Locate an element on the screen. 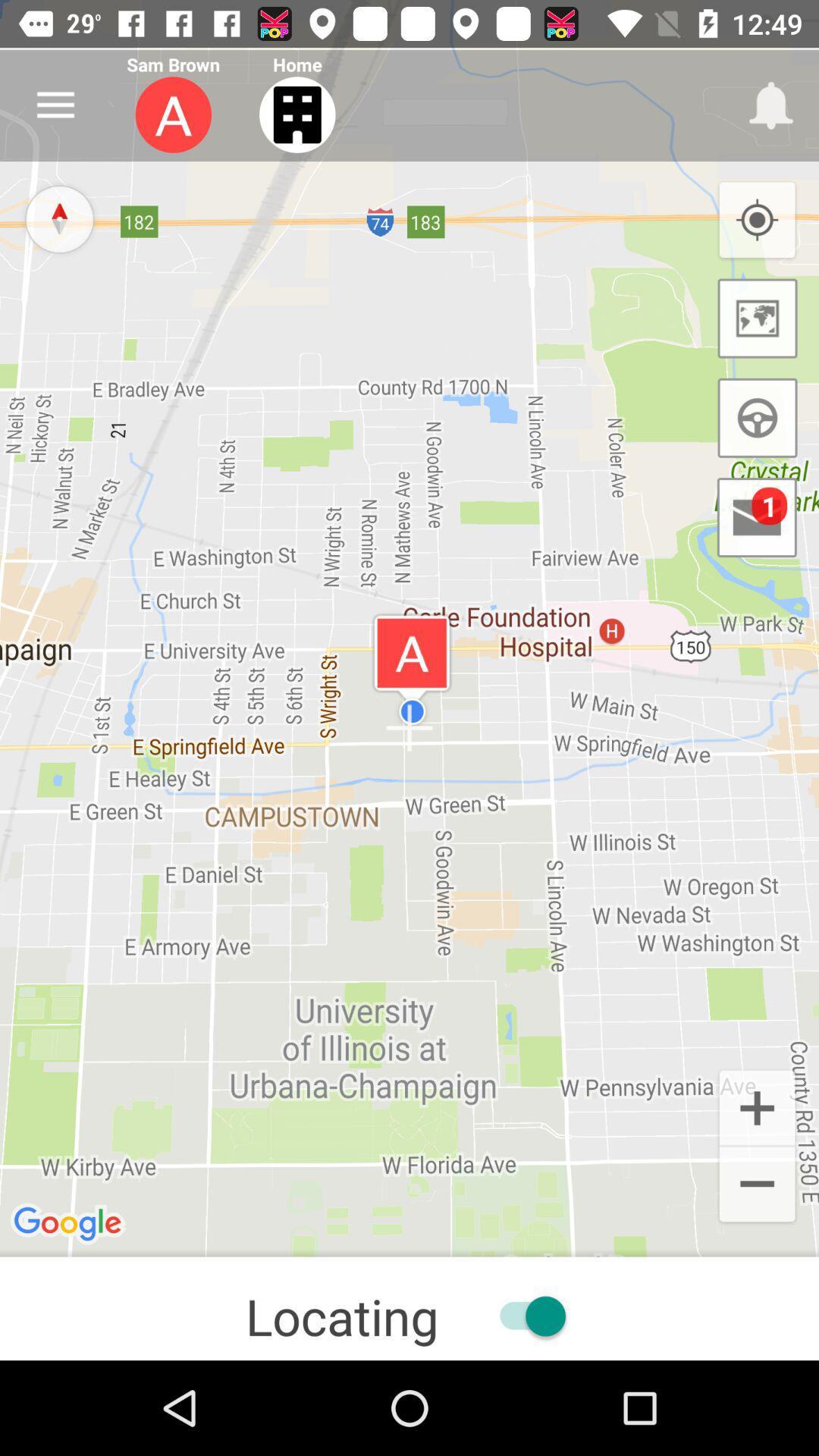 This screenshot has width=819, height=1456. the location_crosshair icon is located at coordinates (757, 220).